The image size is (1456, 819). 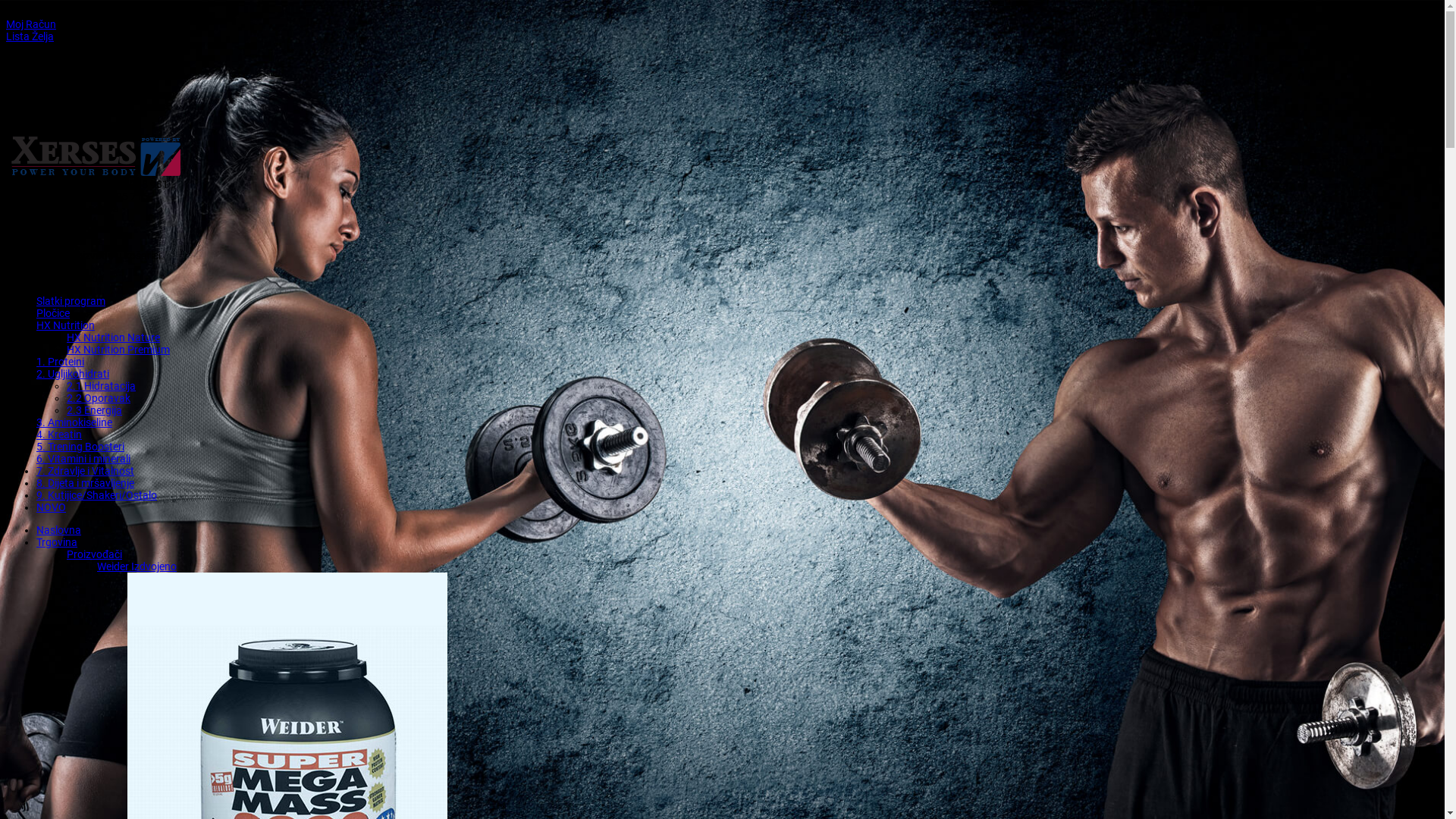 I want to click on 'HX Nutrition Premium', so click(x=118, y=350).